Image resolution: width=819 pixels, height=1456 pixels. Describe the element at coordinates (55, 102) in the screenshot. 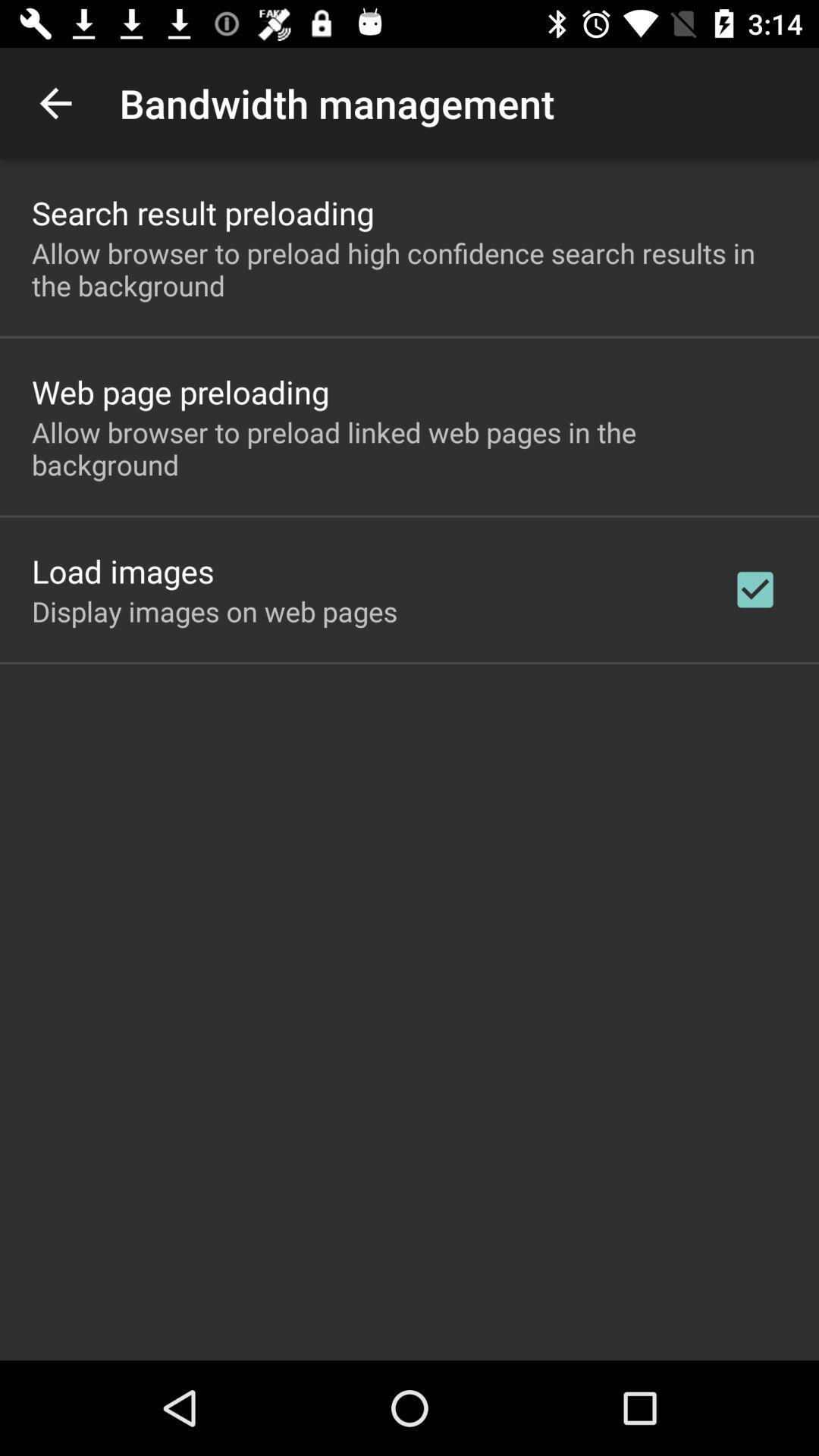

I see `item next to bandwidth management item` at that location.